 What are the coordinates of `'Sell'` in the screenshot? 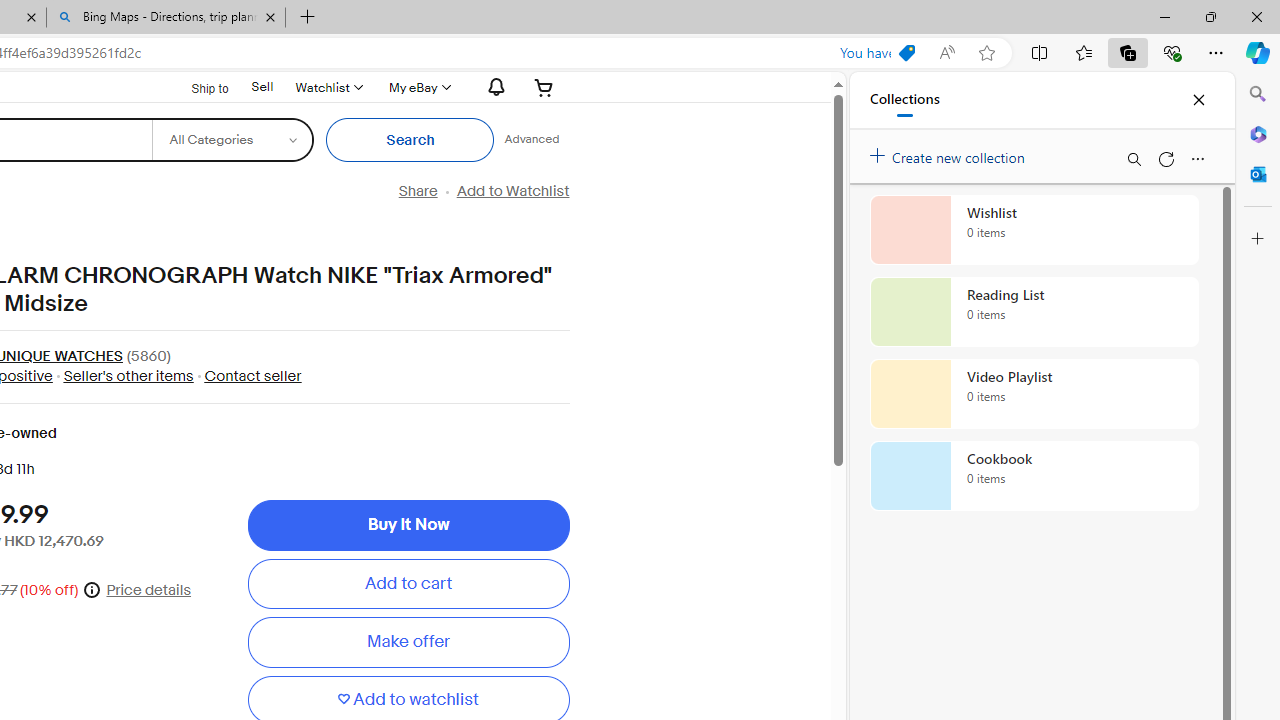 It's located at (261, 85).